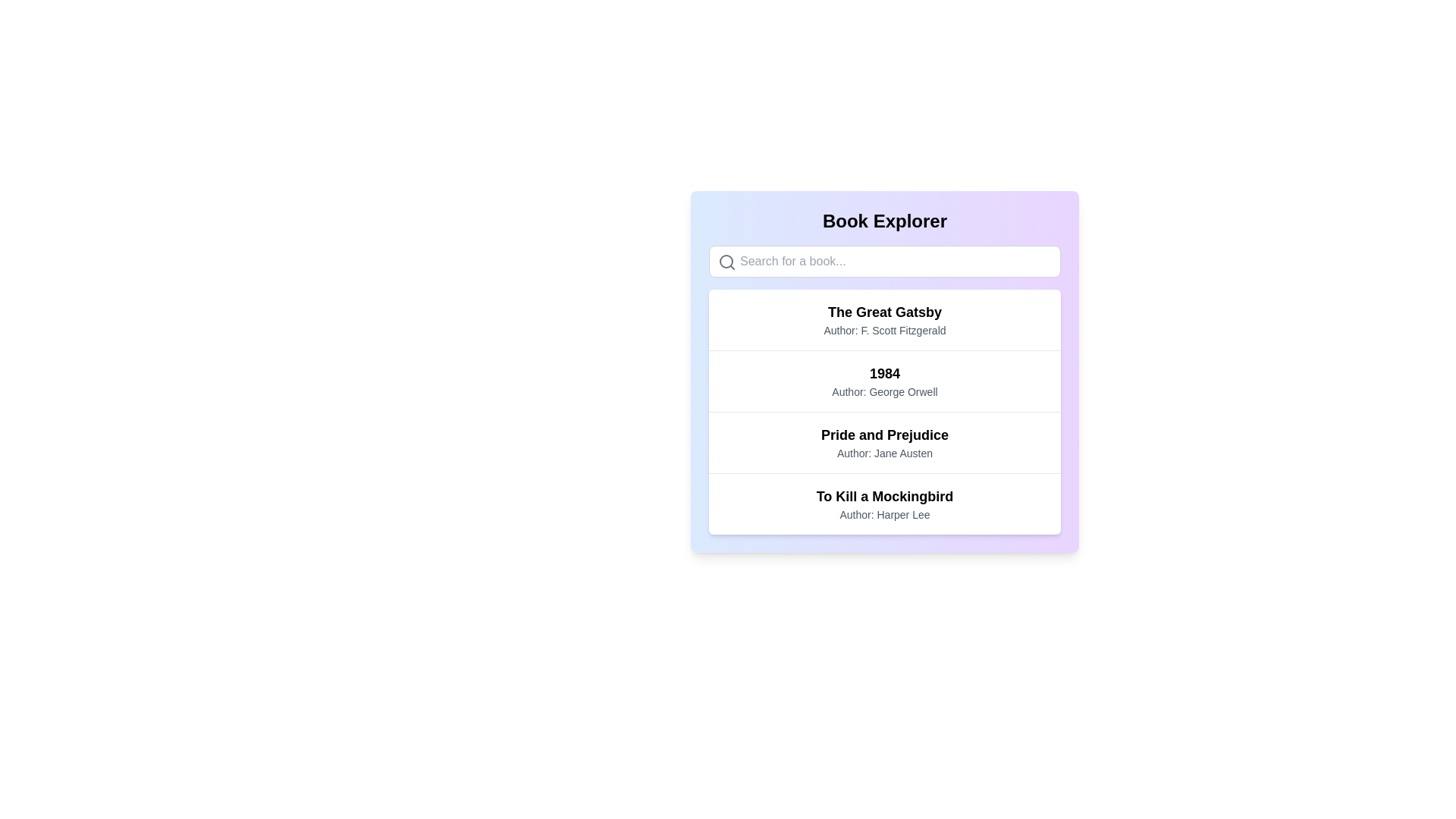 This screenshot has height=819, width=1456. I want to click on the bold text label 'To Kill a Mockingbird' which is prominently positioned above the author detail 'Author: Harper Lee' in the fourth entry of the vertically stacked list of books, so click(884, 497).